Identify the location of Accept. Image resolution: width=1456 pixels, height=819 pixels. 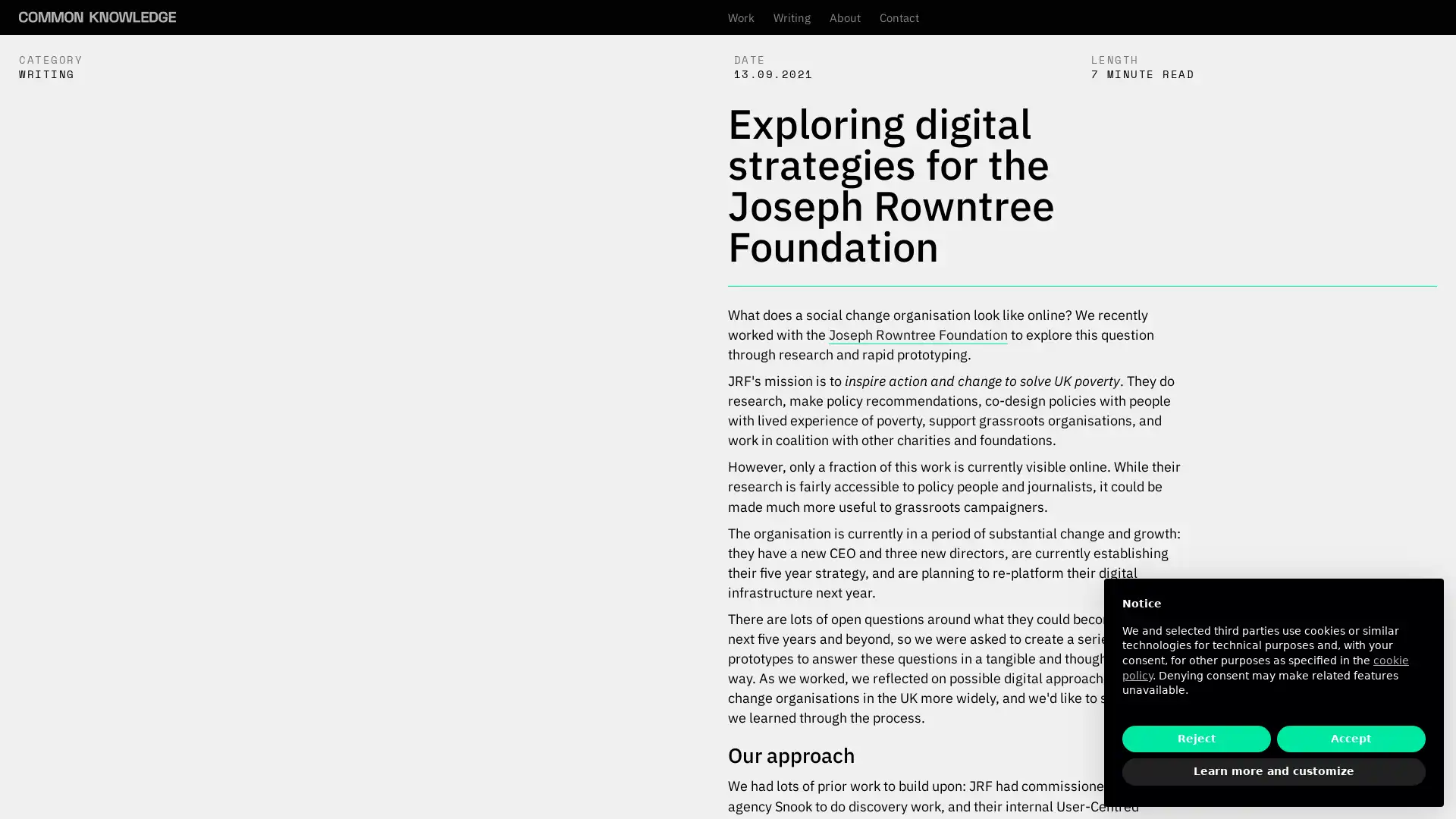
(1351, 738).